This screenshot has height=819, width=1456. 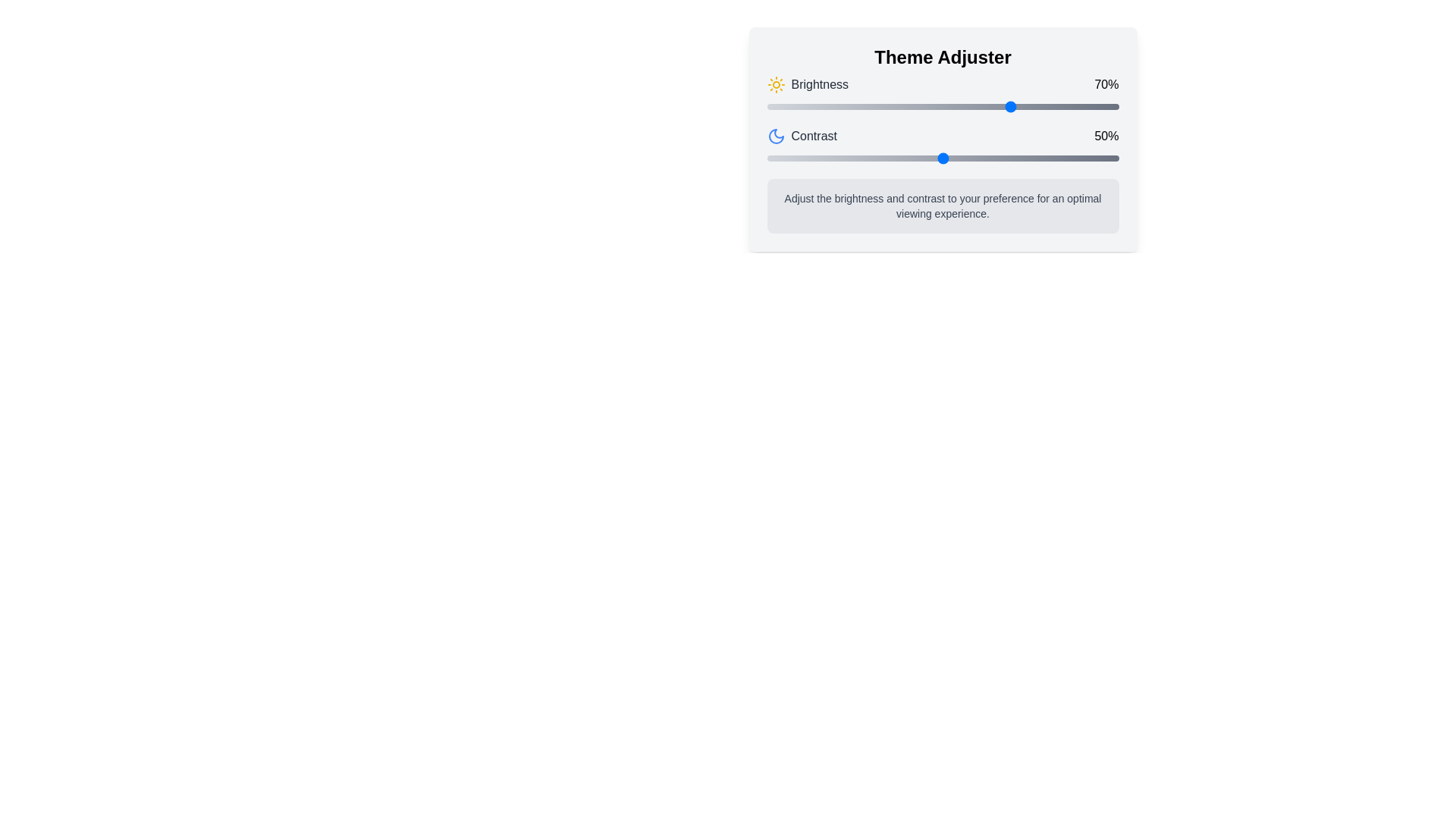 What do you see at coordinates (1037, 158) in the screenshot?
I see `contrast` at bounding box center [1037, 158].